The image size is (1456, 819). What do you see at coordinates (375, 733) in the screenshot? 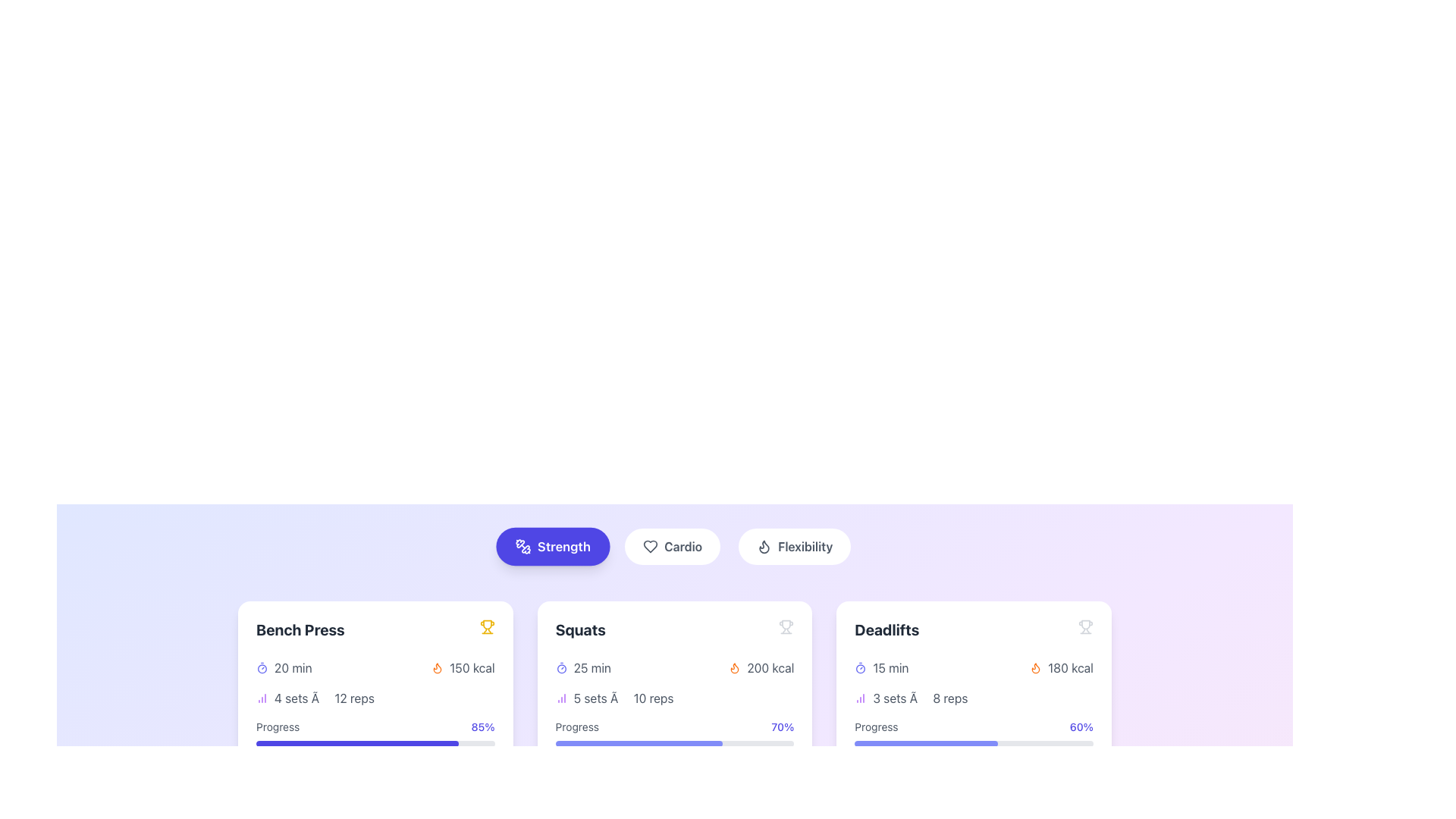
I see `the Progress Bar indicating 85% completion for the 'Bench Press' exercise activity, located above the 'Start Workout' button` at bounding box center [375, 733].